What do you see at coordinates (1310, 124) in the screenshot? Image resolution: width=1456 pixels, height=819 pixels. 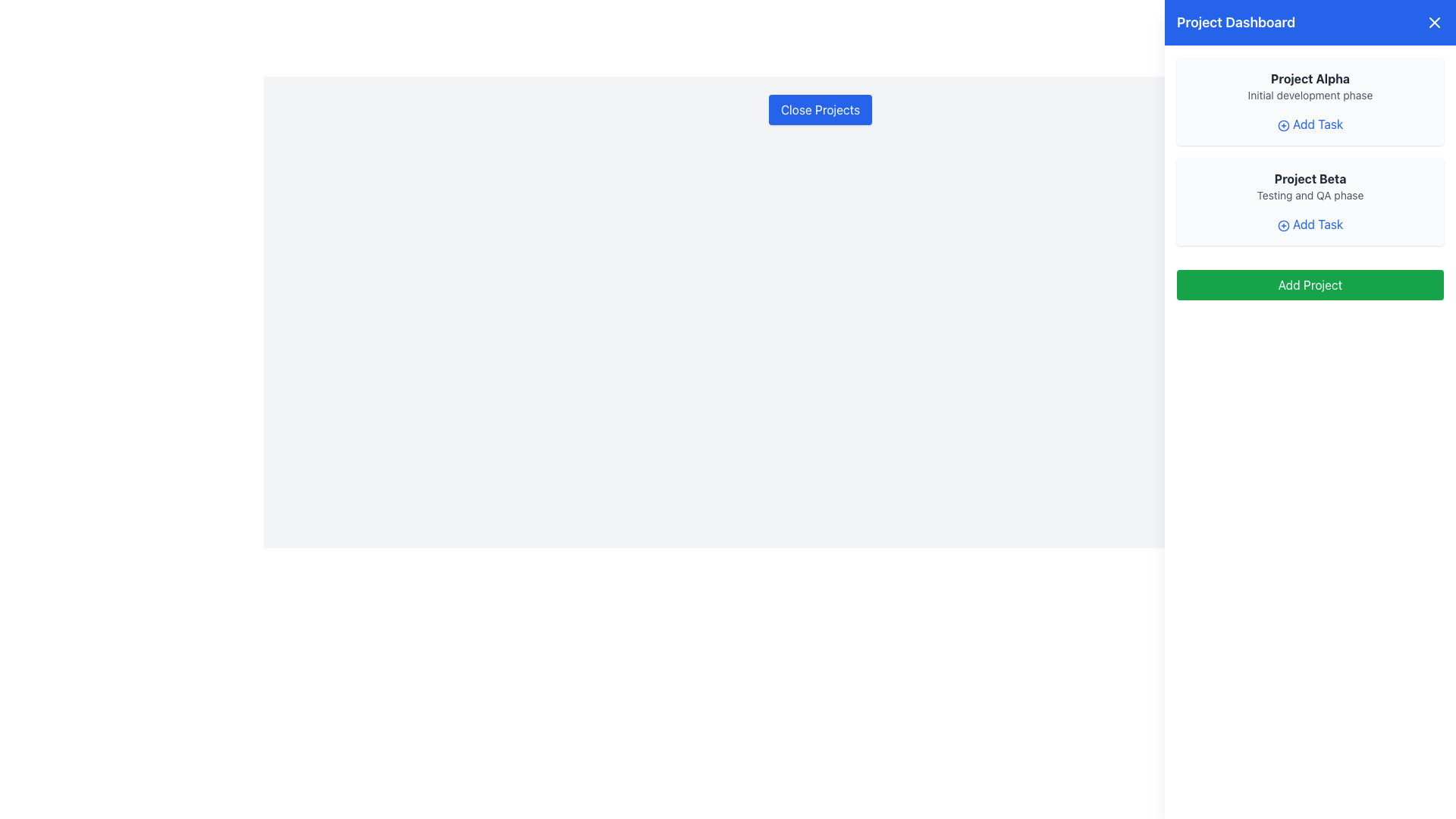 I see `the blue-colored text link labeled 'Add Task' located in the 'Project Alpha' section` at bounding box center [1310, 124].